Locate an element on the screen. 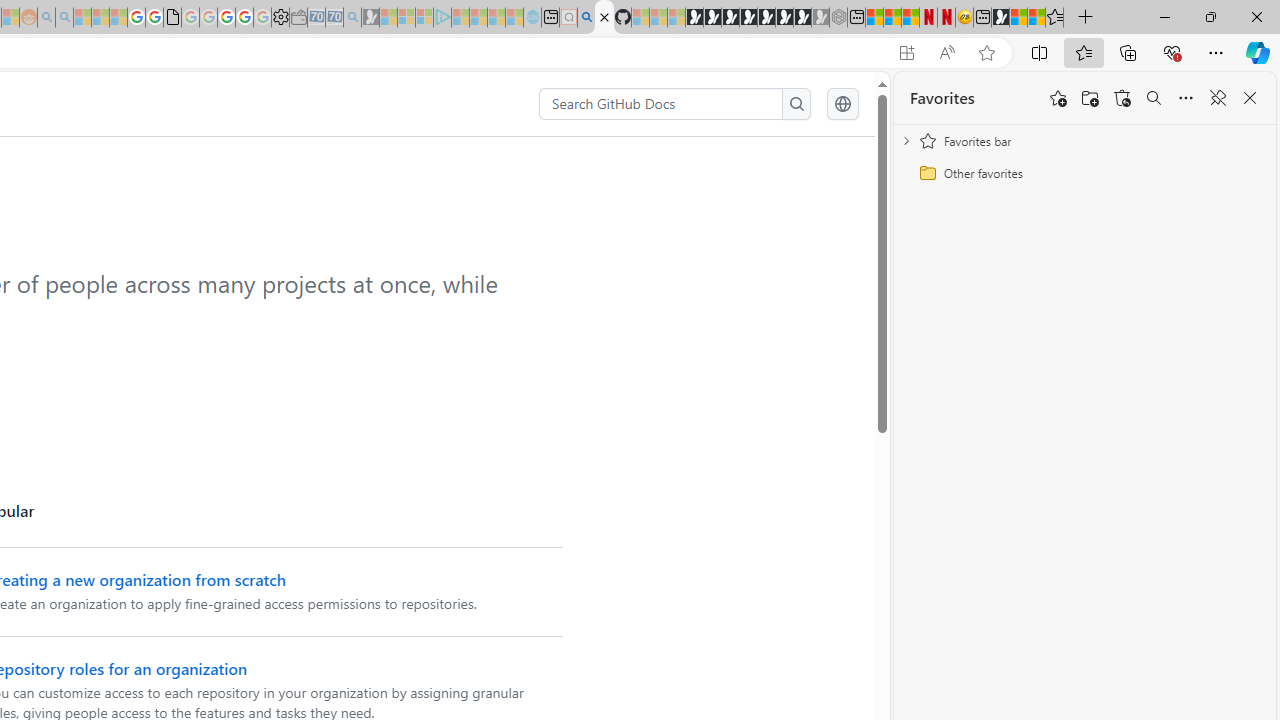 The height and width of the screenshot is (720, 1280). 'github - Search' is located at coordinates (585, 17).